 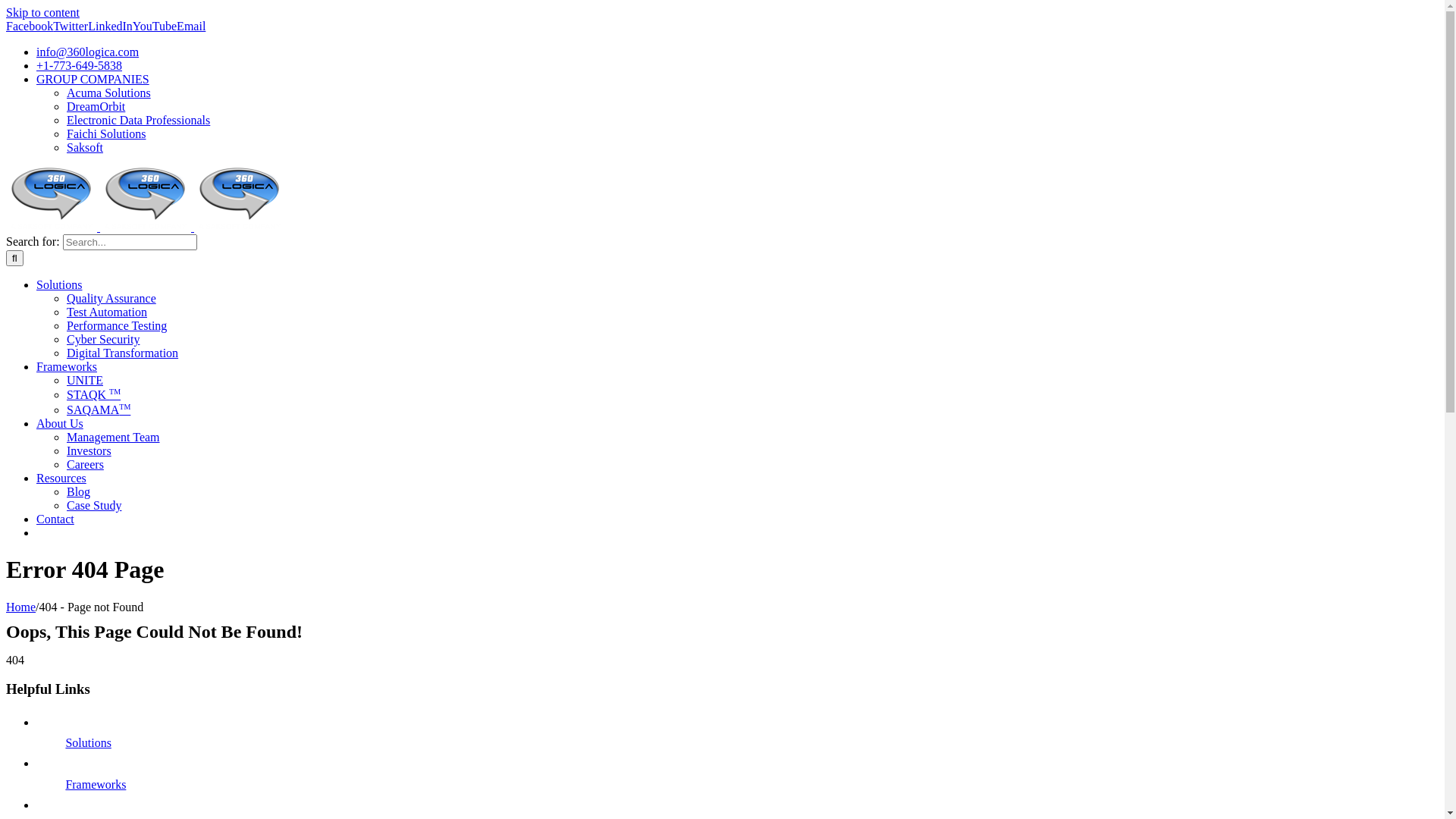 What do you see at coordinates (92, 79) in the screenshot?
I see `'GROUP COMPANIES'` at bounding box center [92, 79].